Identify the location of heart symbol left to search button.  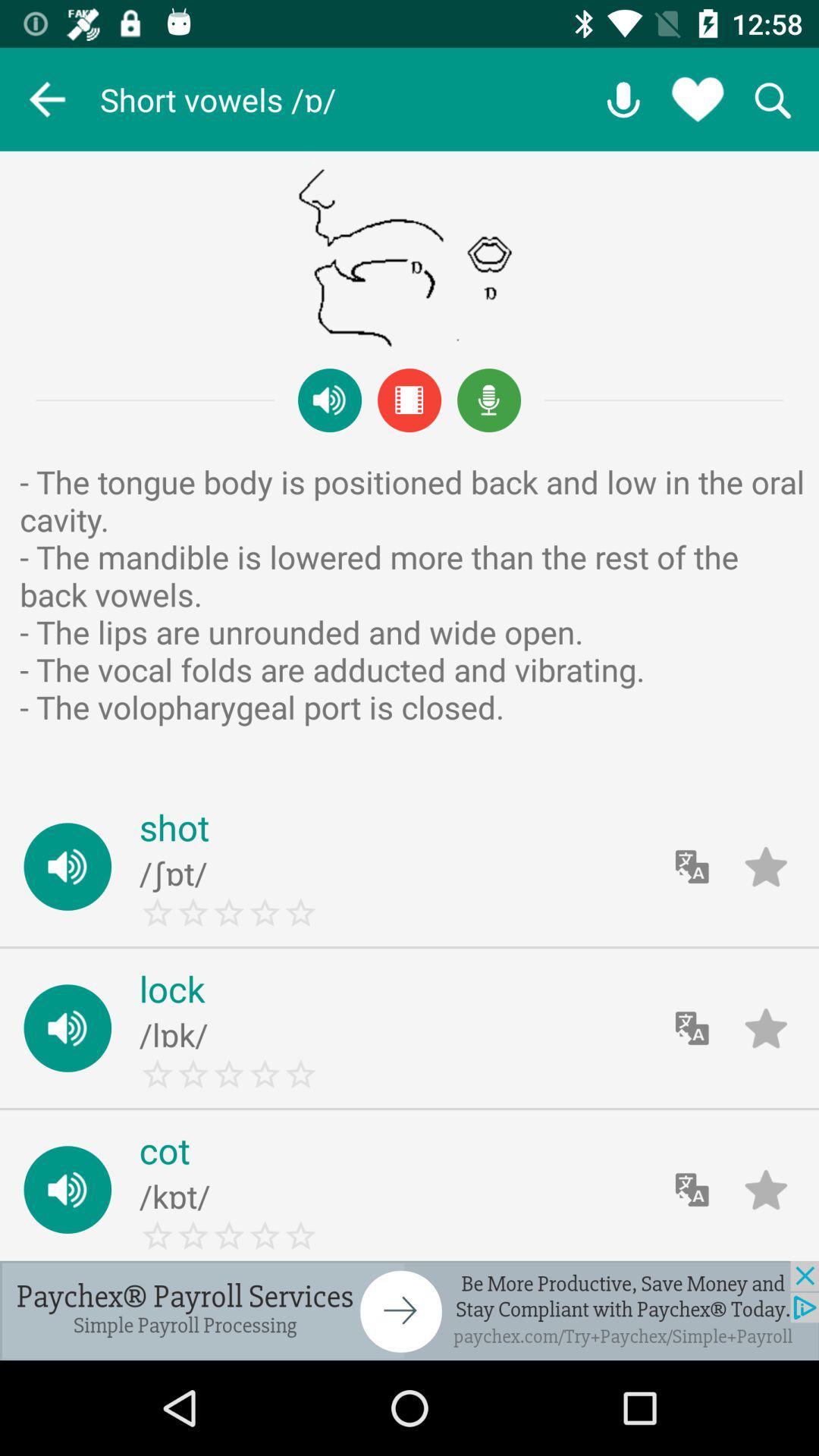
(698, 99).